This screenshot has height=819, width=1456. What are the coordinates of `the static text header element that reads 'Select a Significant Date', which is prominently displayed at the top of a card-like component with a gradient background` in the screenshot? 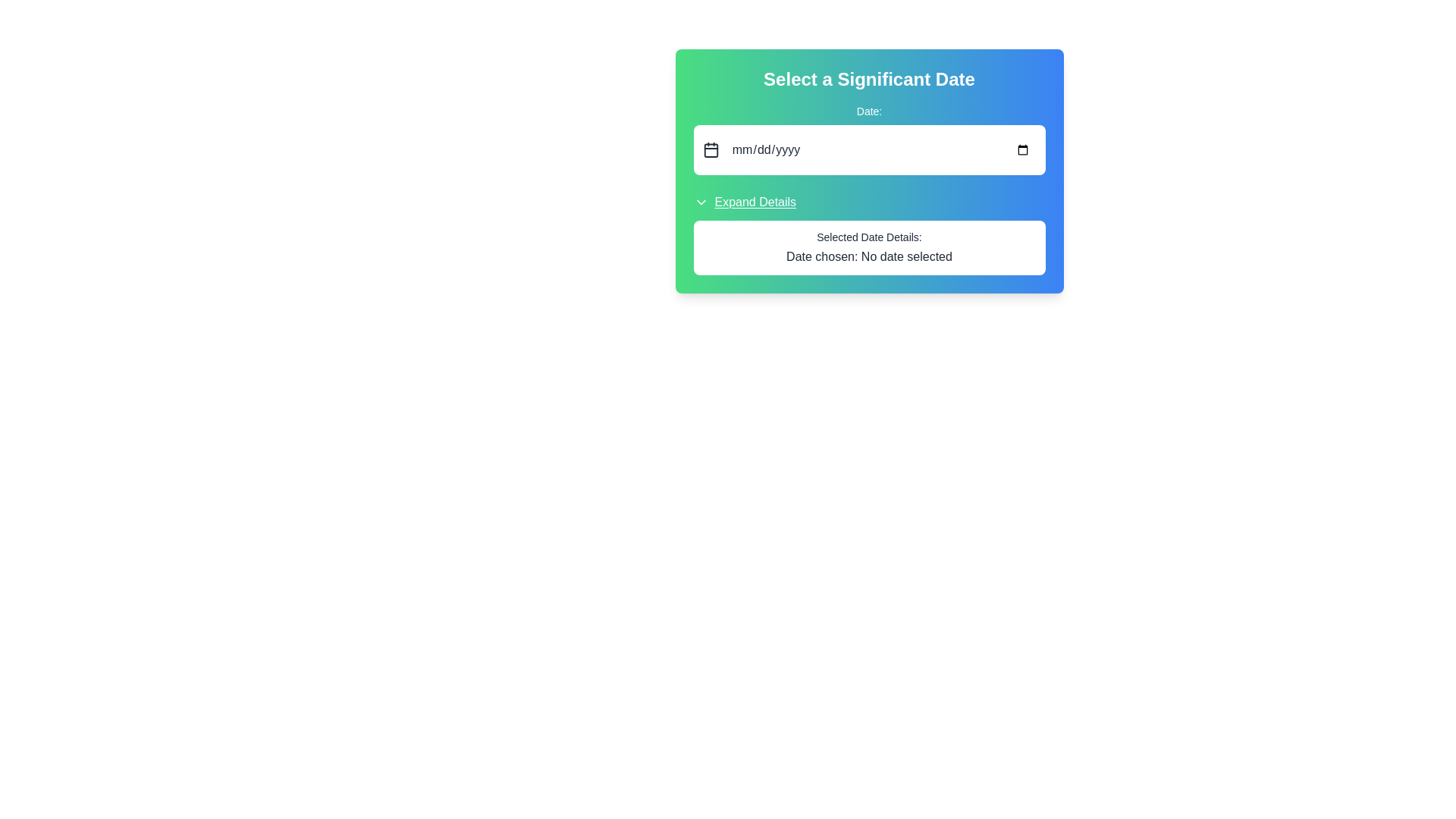 It's located at (869, 79).